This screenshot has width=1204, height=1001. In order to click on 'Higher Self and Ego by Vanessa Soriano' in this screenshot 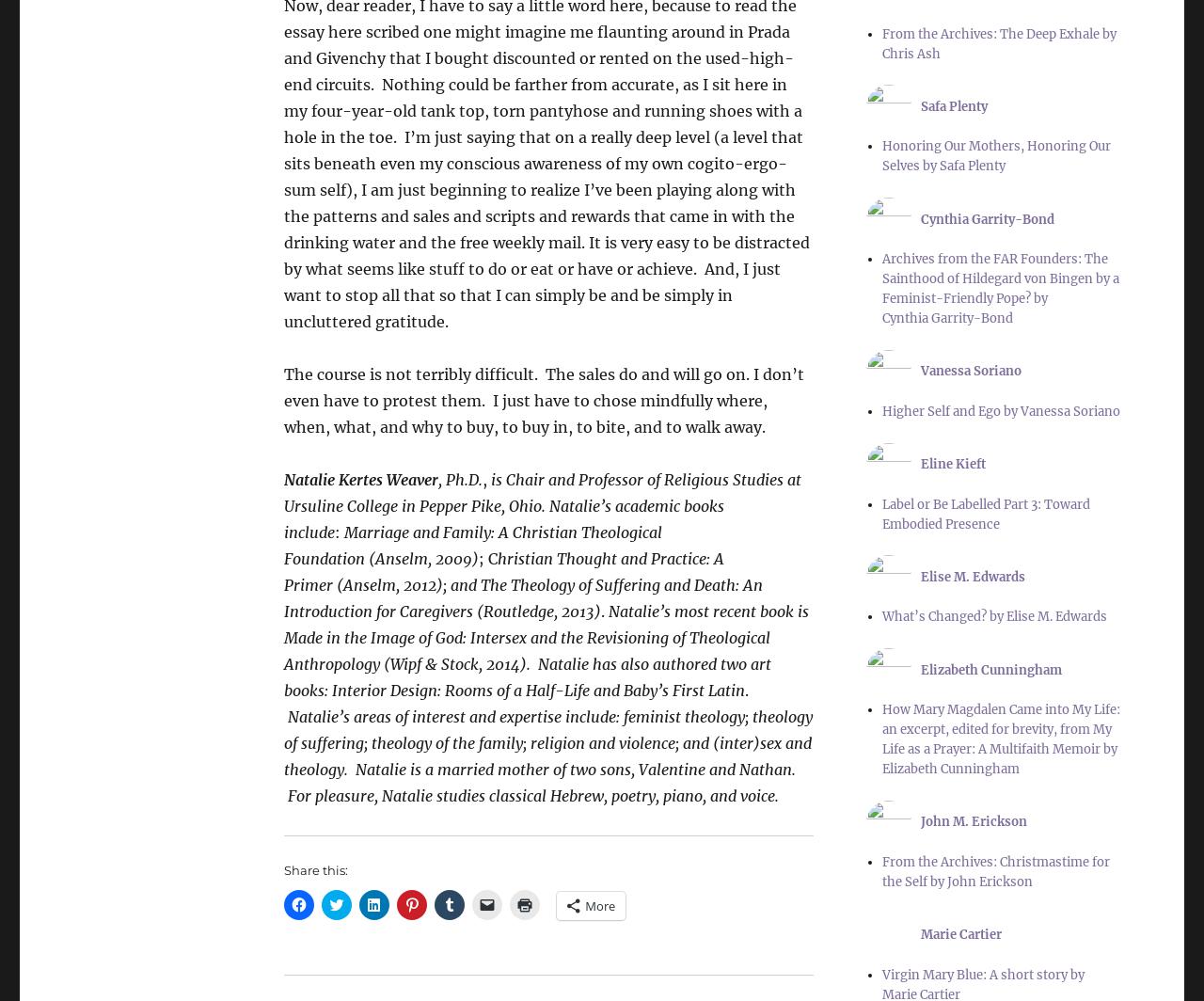, I will do `click(999, 410)`.